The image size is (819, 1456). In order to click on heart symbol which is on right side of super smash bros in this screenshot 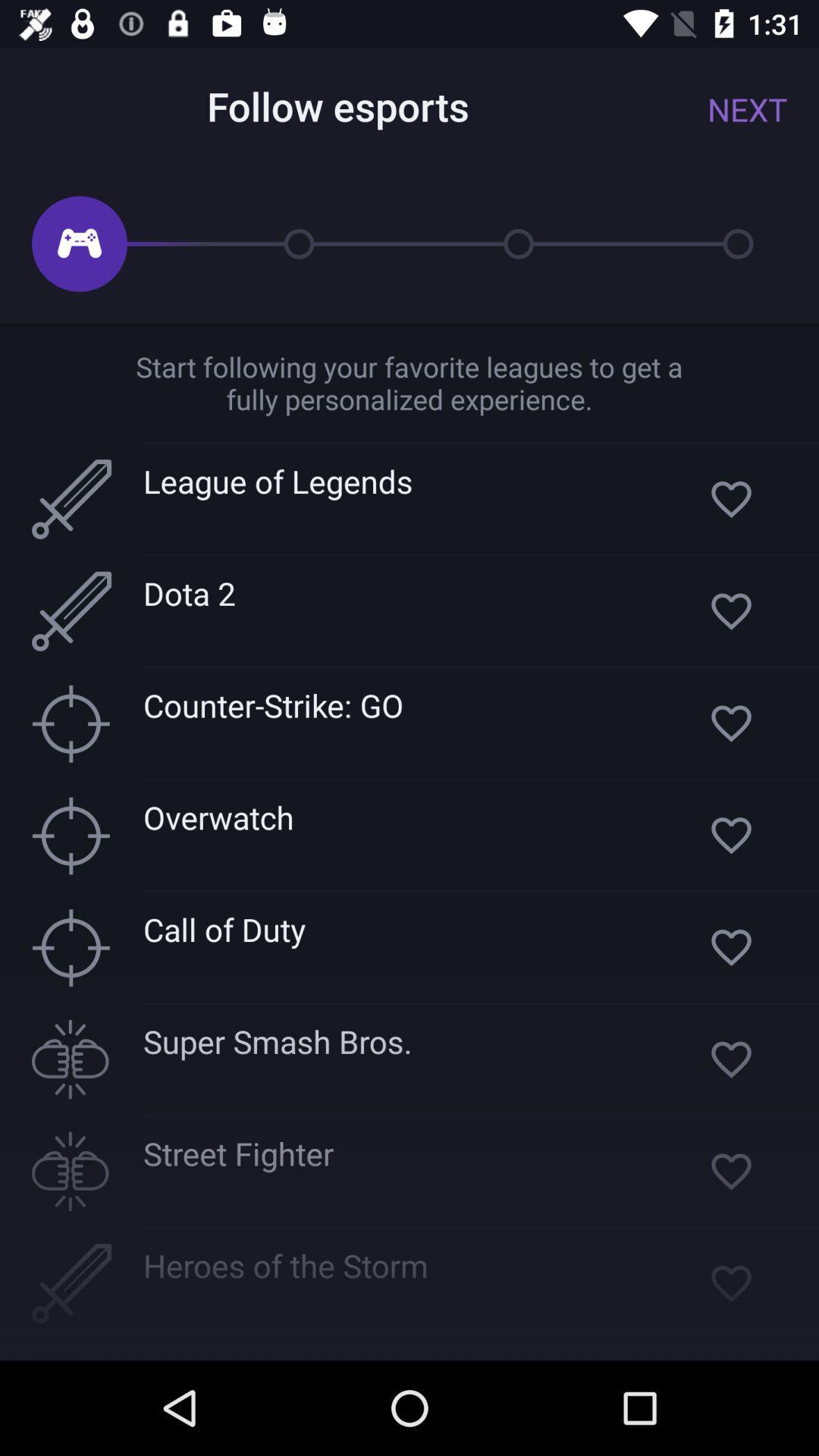, I will do `click(730, 1059)`.